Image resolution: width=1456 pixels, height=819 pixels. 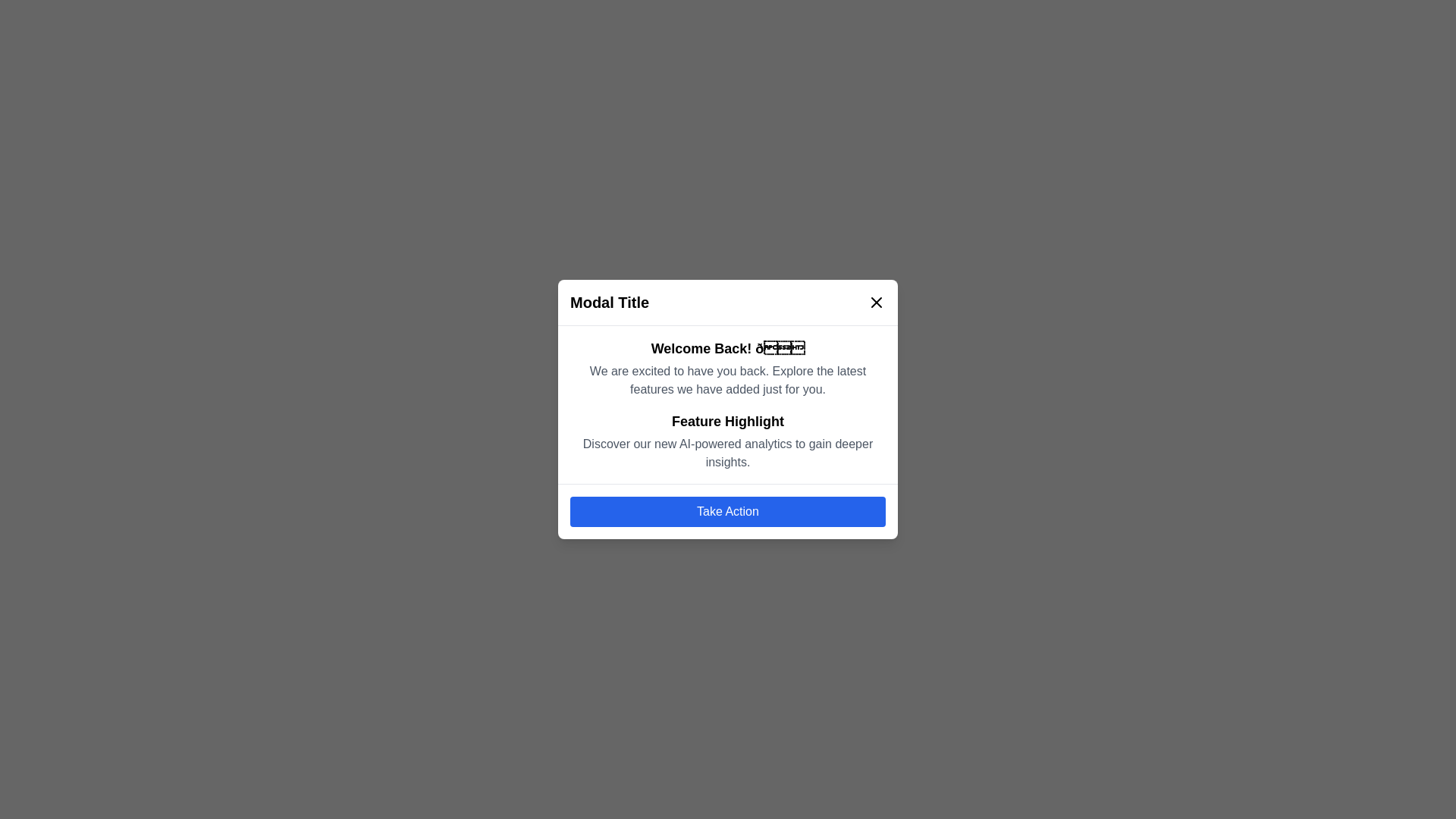 I want to click on the close button located at the top-right corner of the modal header section to change its color to red, so click(x=877, y=302).